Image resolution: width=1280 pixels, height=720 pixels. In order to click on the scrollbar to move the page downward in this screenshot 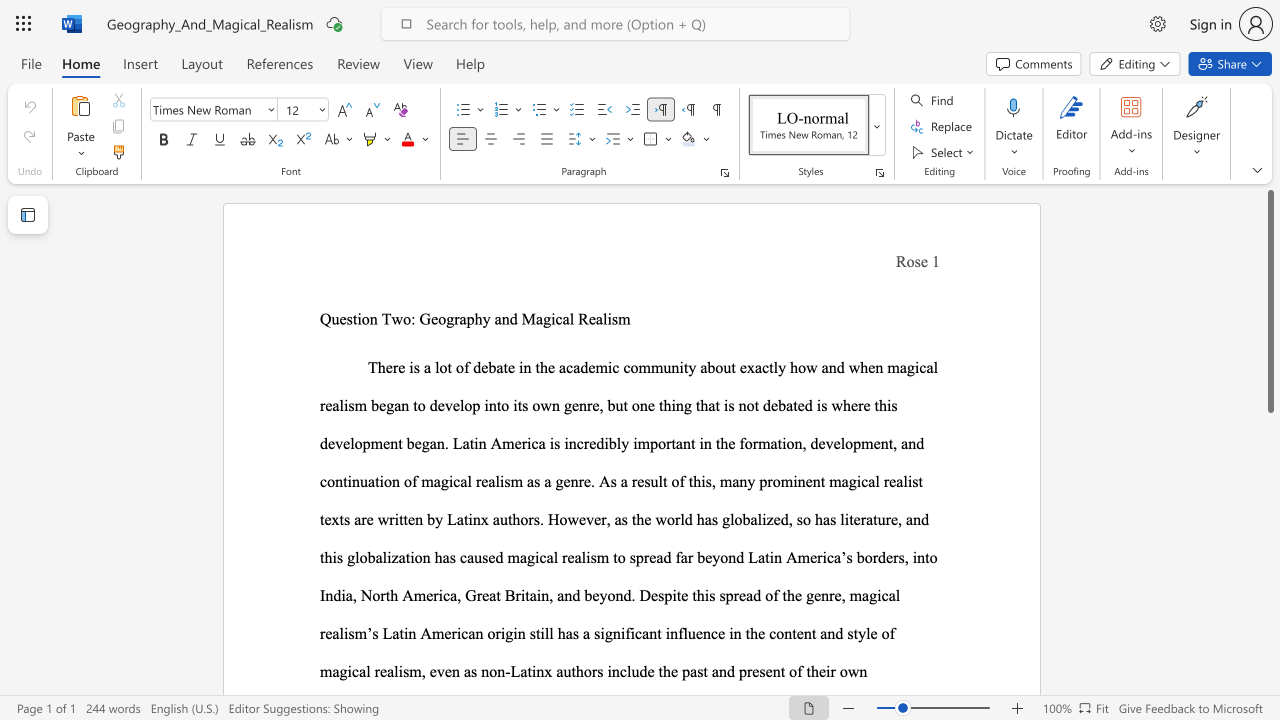, I will do `click(1269, 670)`.